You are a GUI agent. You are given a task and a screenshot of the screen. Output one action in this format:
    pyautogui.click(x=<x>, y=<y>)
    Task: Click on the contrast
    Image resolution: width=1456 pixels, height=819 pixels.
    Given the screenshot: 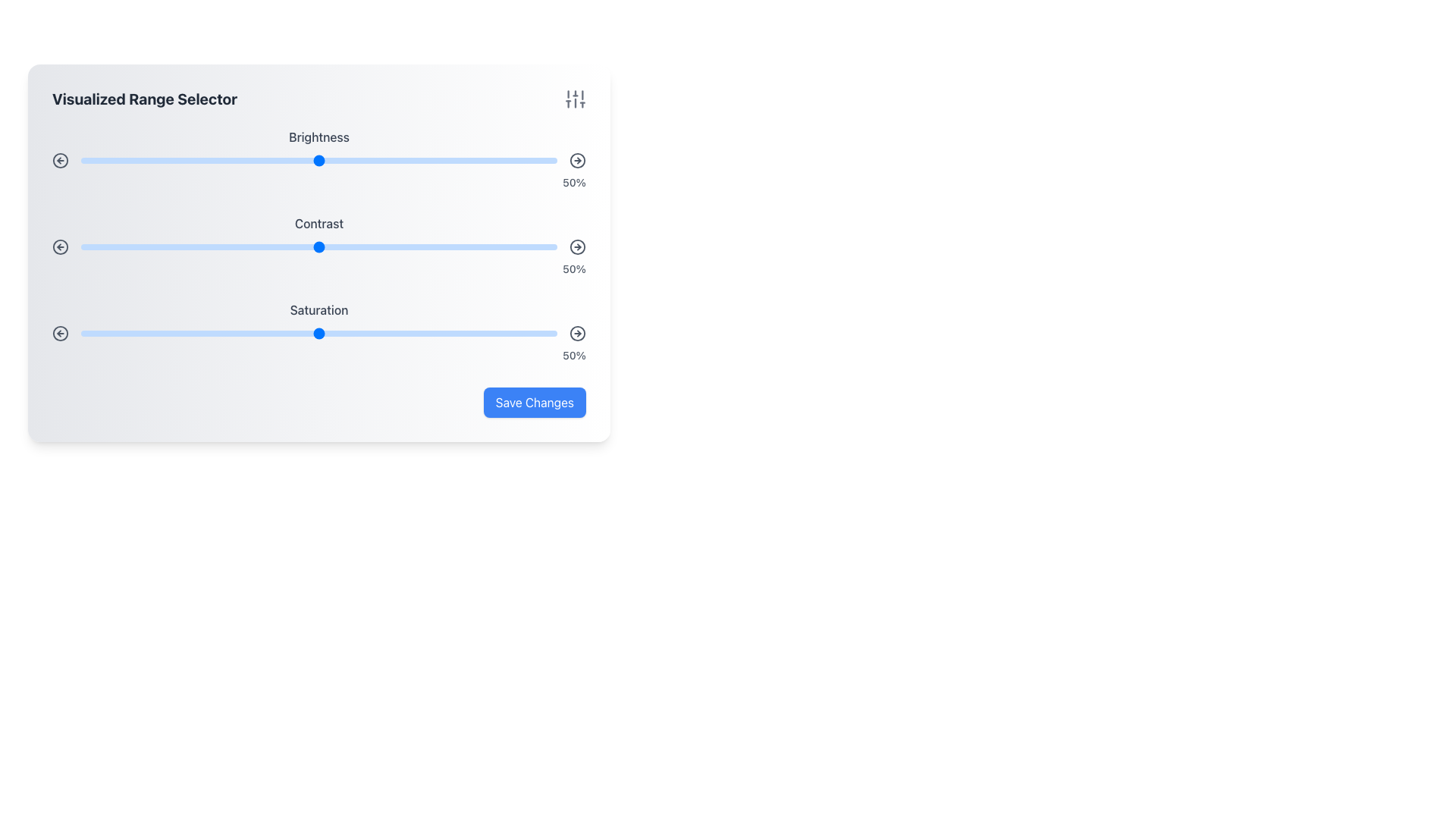 What is the action you would take?
    pyautogui.click(x=347, y=246)
    